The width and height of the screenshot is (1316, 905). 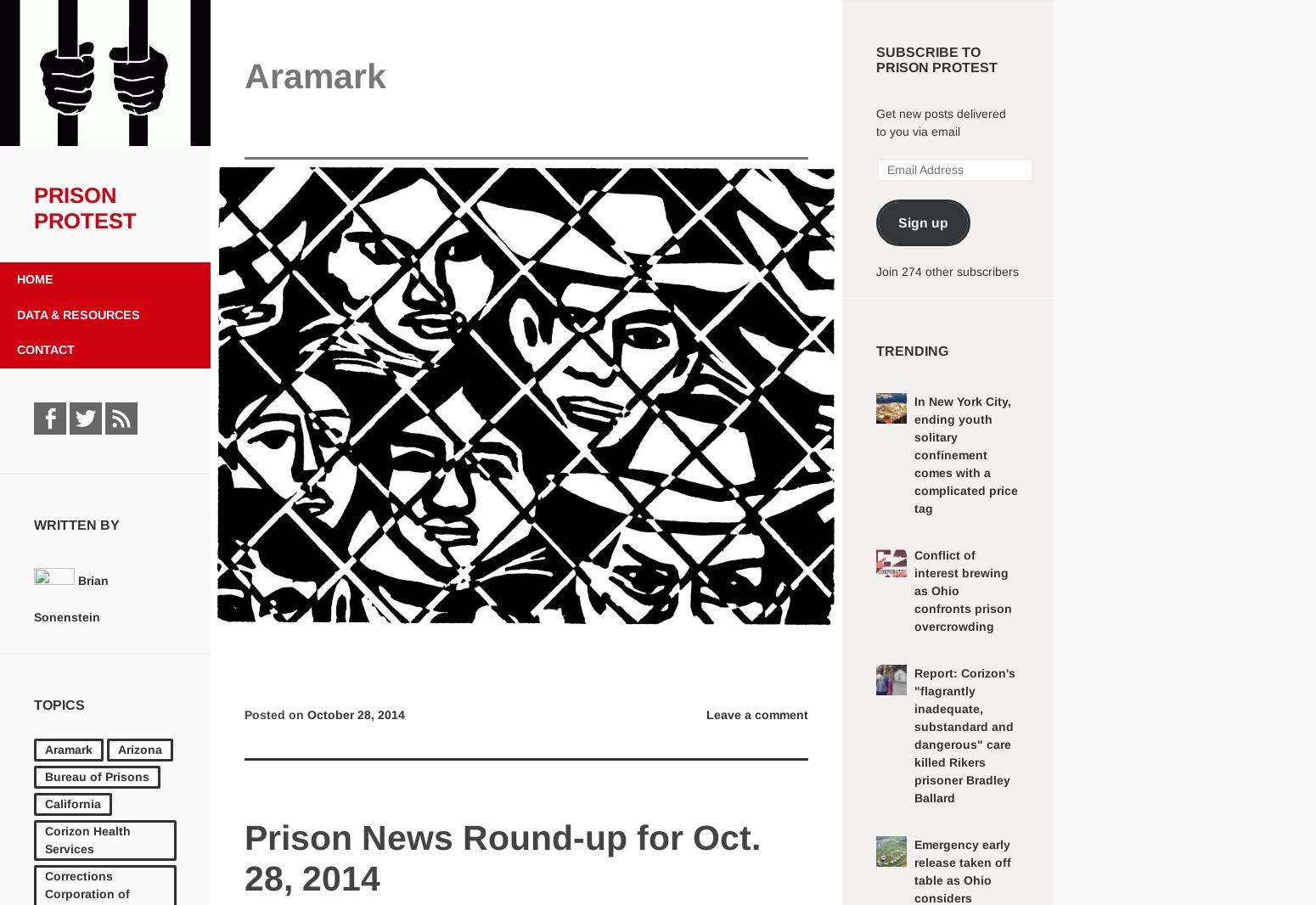 What do you see at coordinates (921, 221) in the screenshot?
I see `'Sign up'` at bounding box center [921, 221].